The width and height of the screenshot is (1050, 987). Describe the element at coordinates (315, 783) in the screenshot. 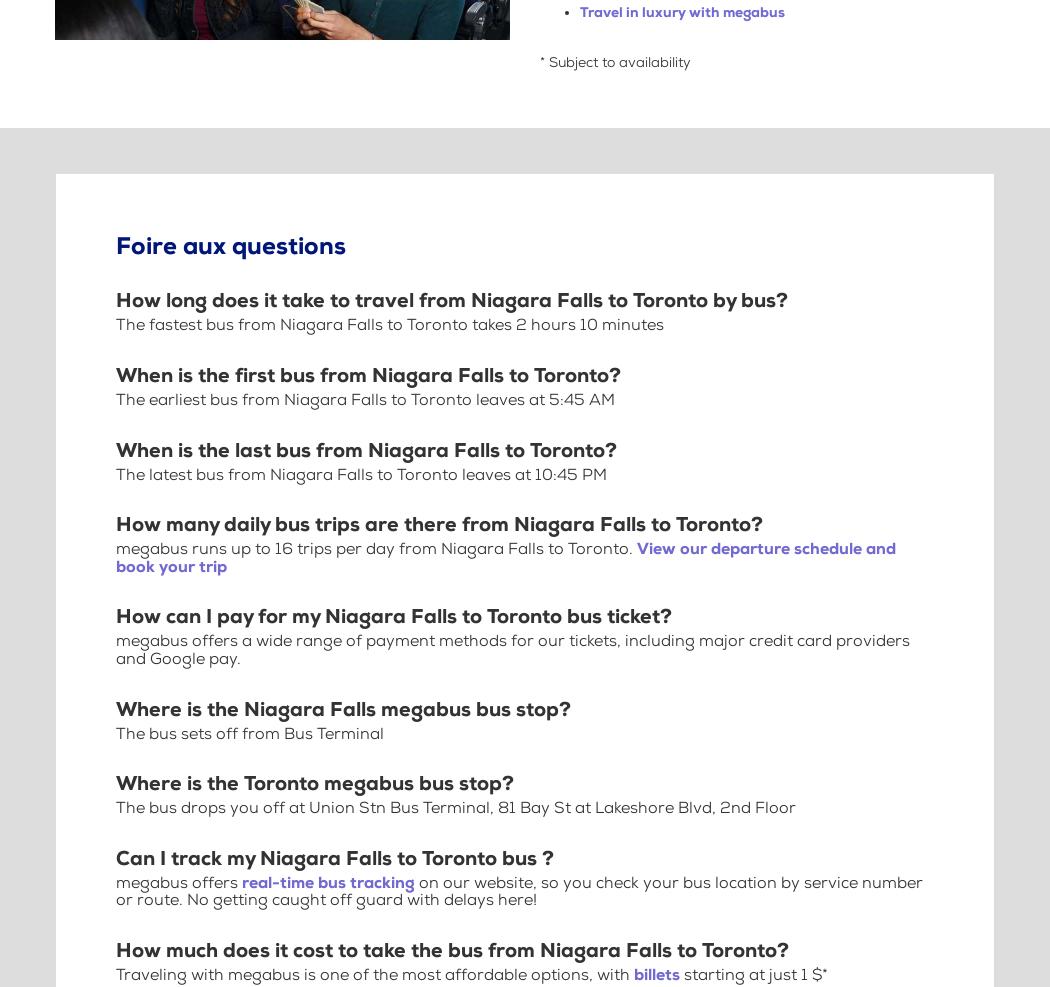

I see `'Where is the Toronto megabus bus stop?'` at that location.